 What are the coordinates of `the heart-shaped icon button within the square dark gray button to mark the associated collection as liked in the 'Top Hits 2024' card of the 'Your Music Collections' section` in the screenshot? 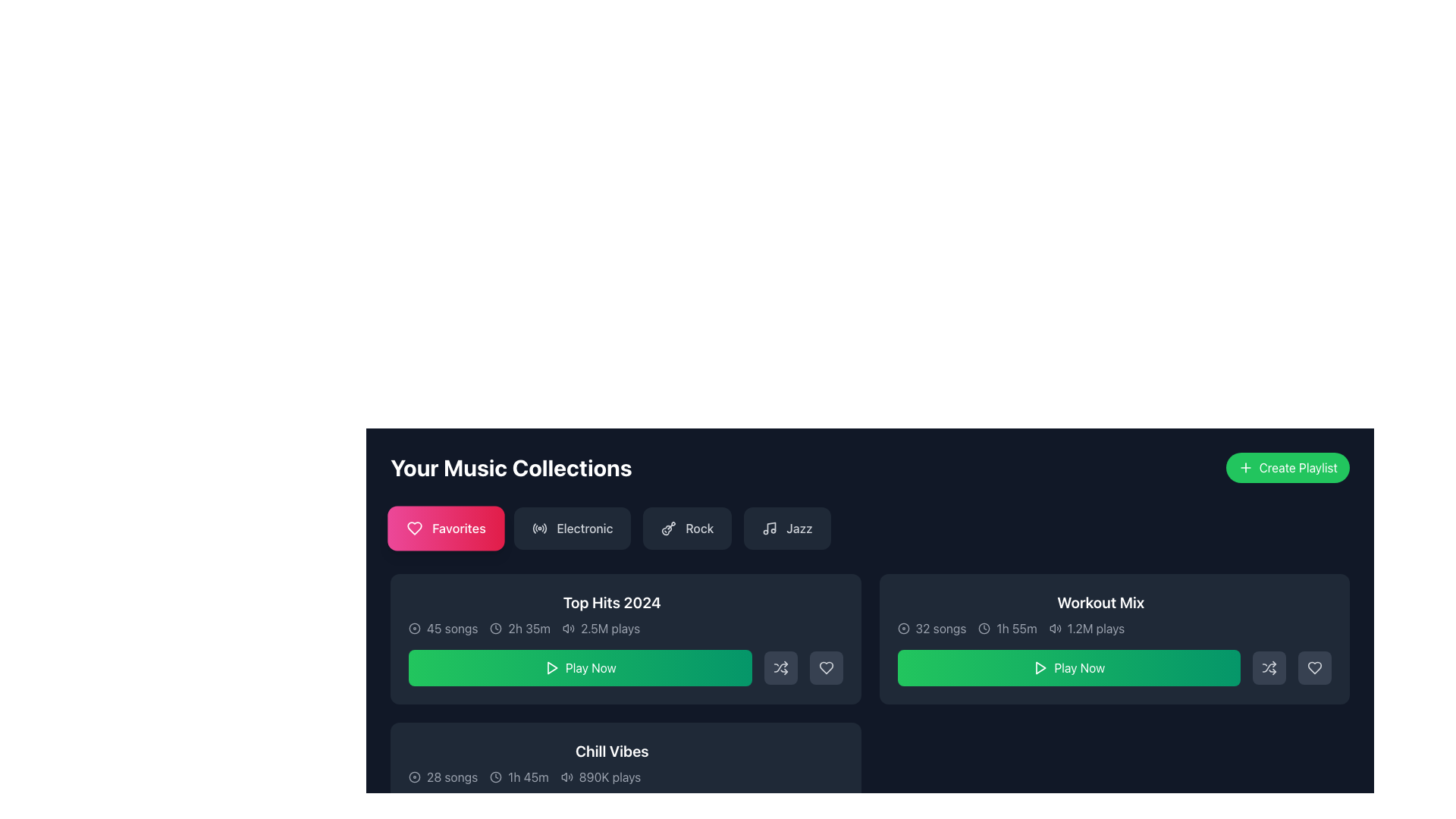 It's located at (825, 667).